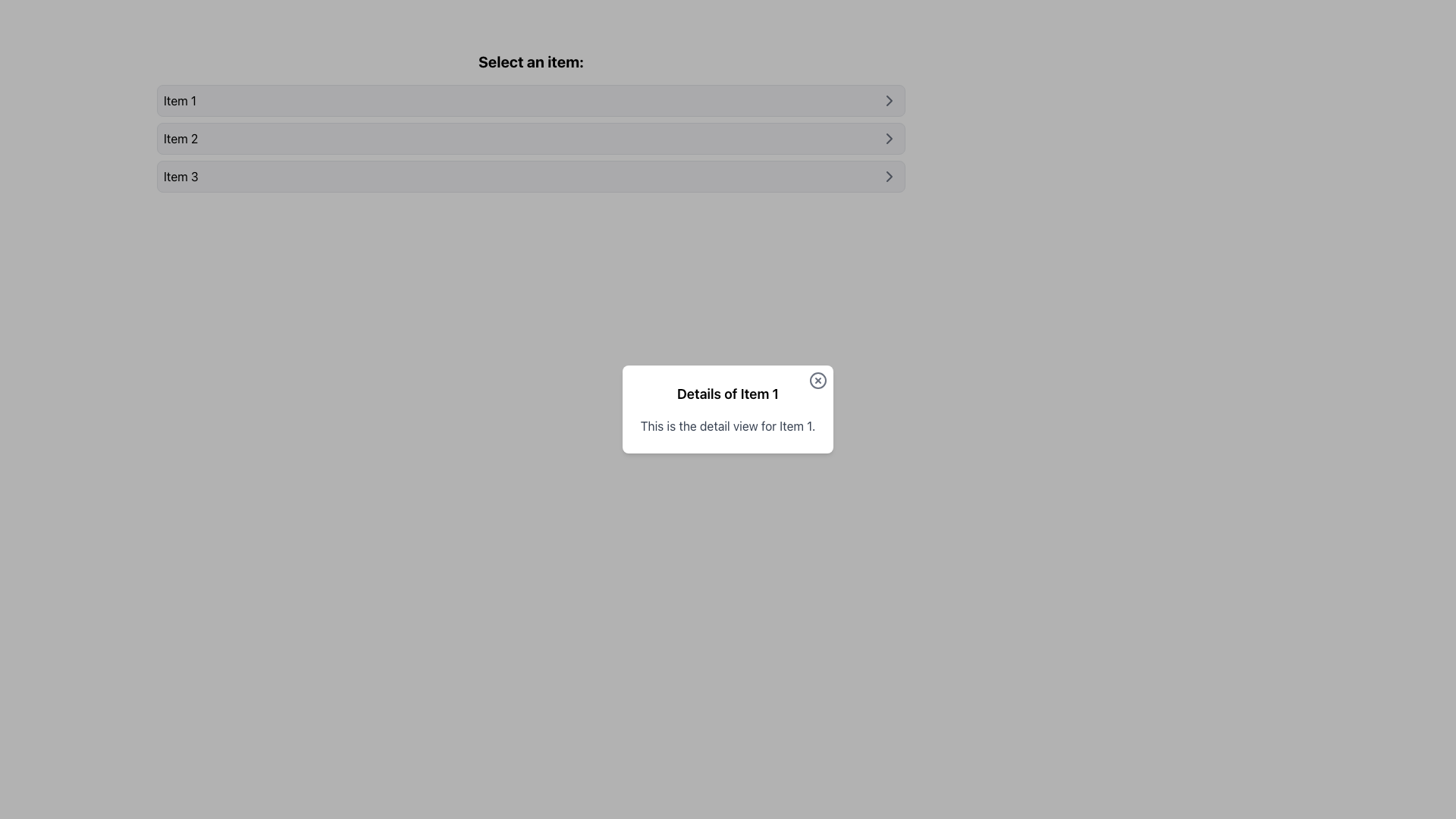  What do you see at coordinates (889, 175) in the screenshot?
I see `the chevron icon pointing right, located at the far right end of the 'Item 3' list item panel to initiate navigation or expansion` at bounding box center [889, 175].